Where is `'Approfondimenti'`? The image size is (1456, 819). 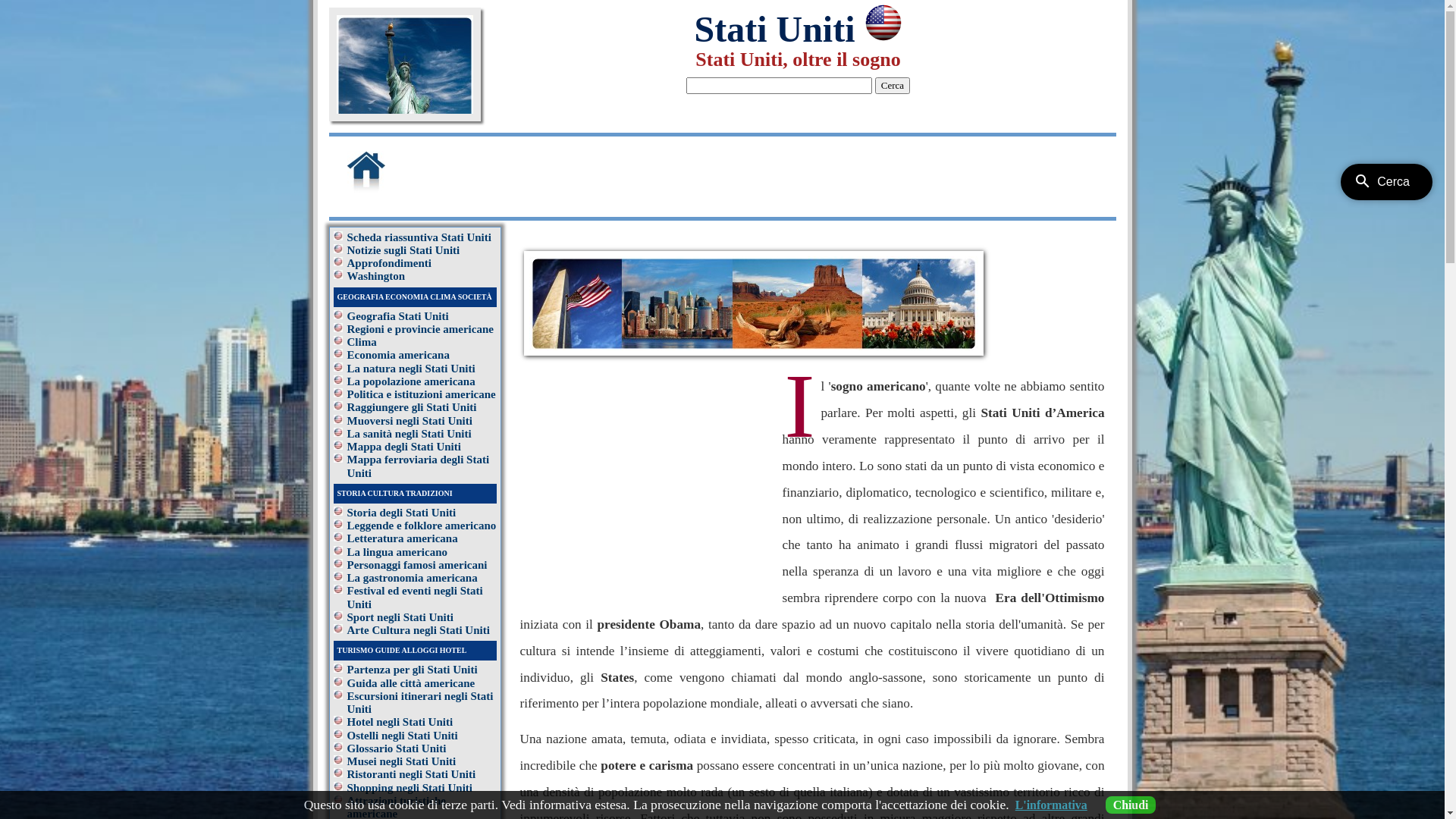 'Approfondimenti' is located at coordinates (389, 262).